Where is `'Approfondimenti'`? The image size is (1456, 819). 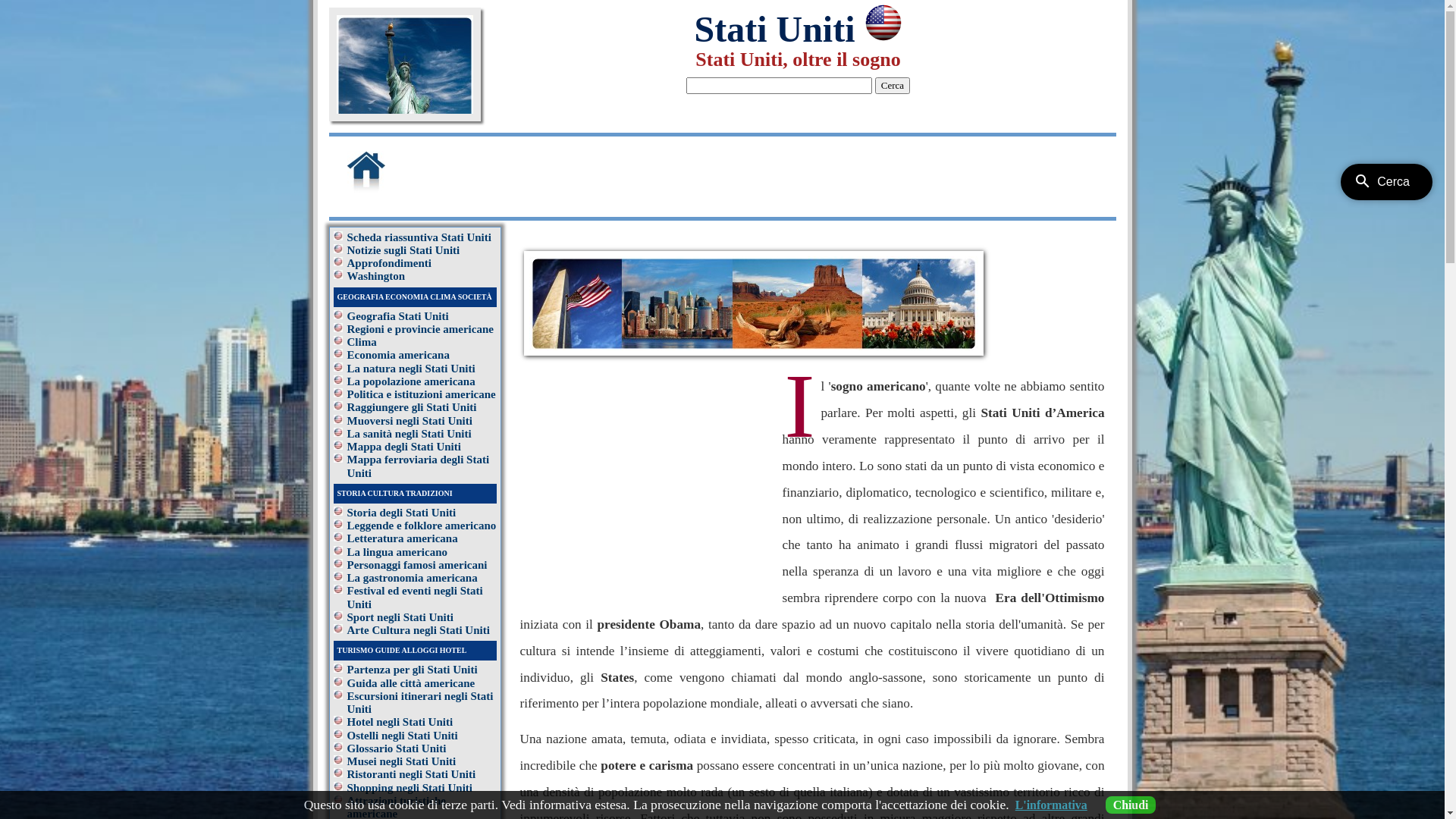 'Approfondimenti' is located at coordinates (389, 262).